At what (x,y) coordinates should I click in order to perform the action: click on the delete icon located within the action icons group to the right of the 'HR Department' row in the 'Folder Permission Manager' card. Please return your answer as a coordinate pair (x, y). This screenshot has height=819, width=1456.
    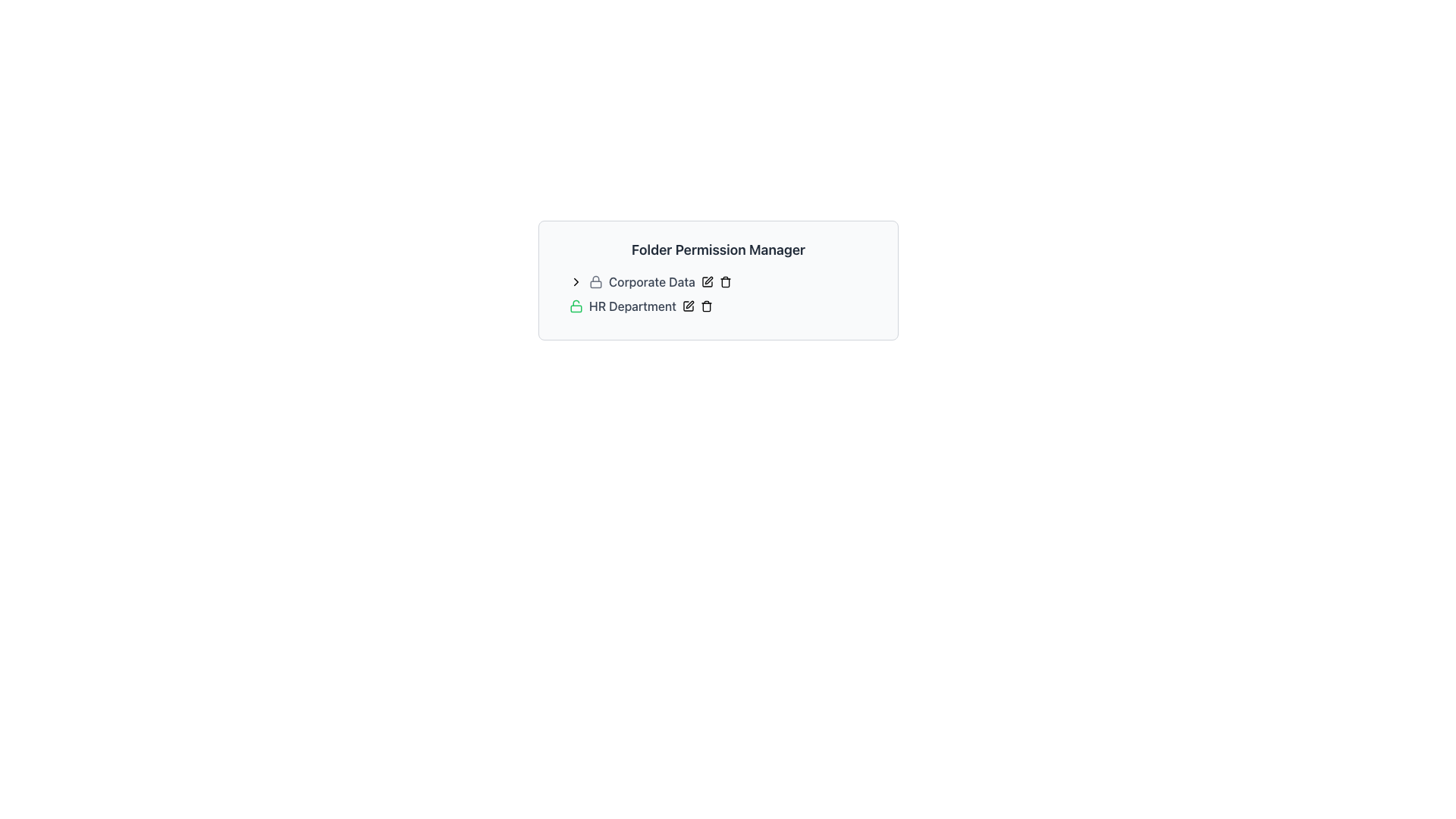
    Looking at the image, I should click on (705, 306).